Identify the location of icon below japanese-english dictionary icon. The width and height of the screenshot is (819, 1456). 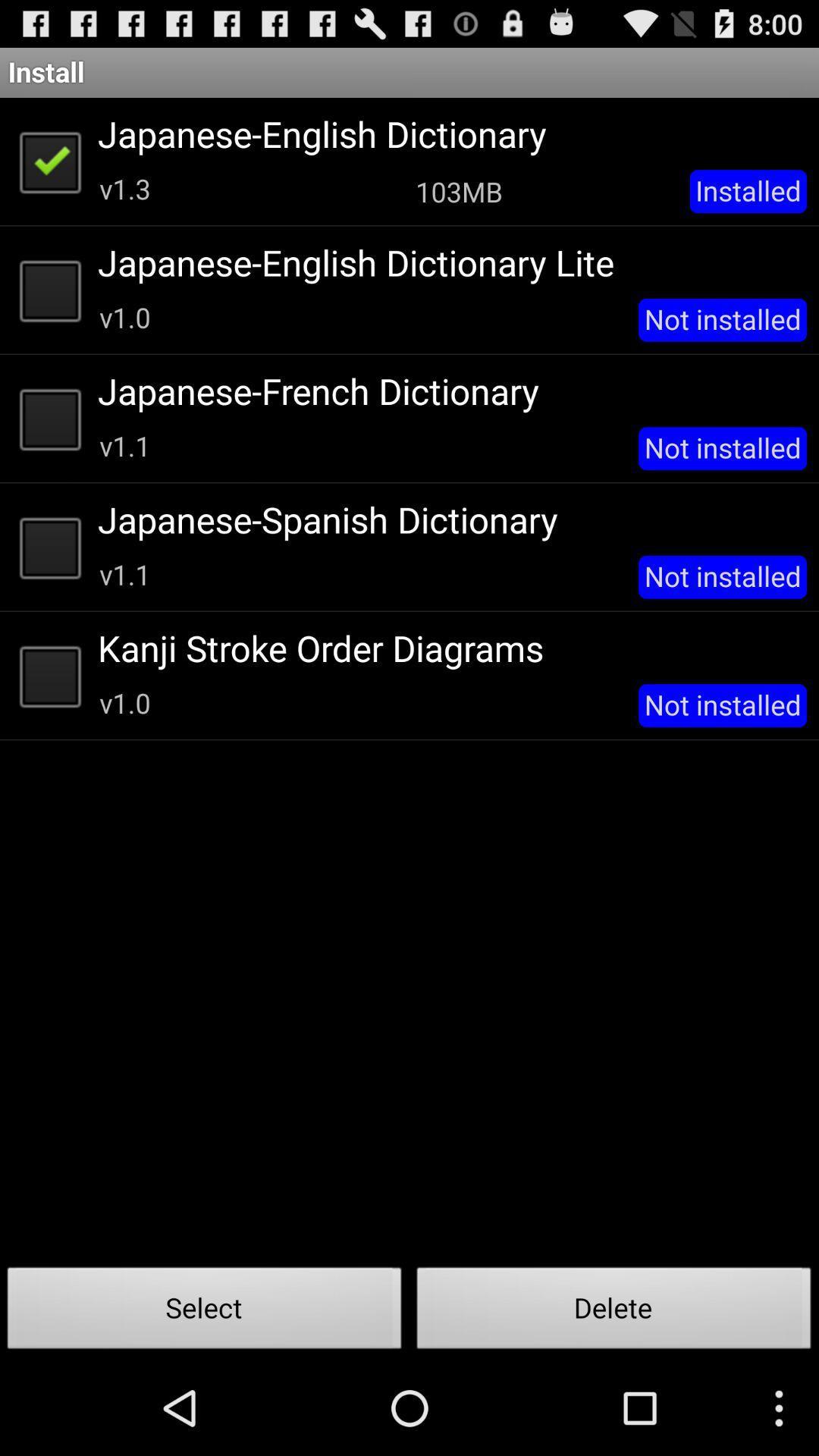
(458, 190).